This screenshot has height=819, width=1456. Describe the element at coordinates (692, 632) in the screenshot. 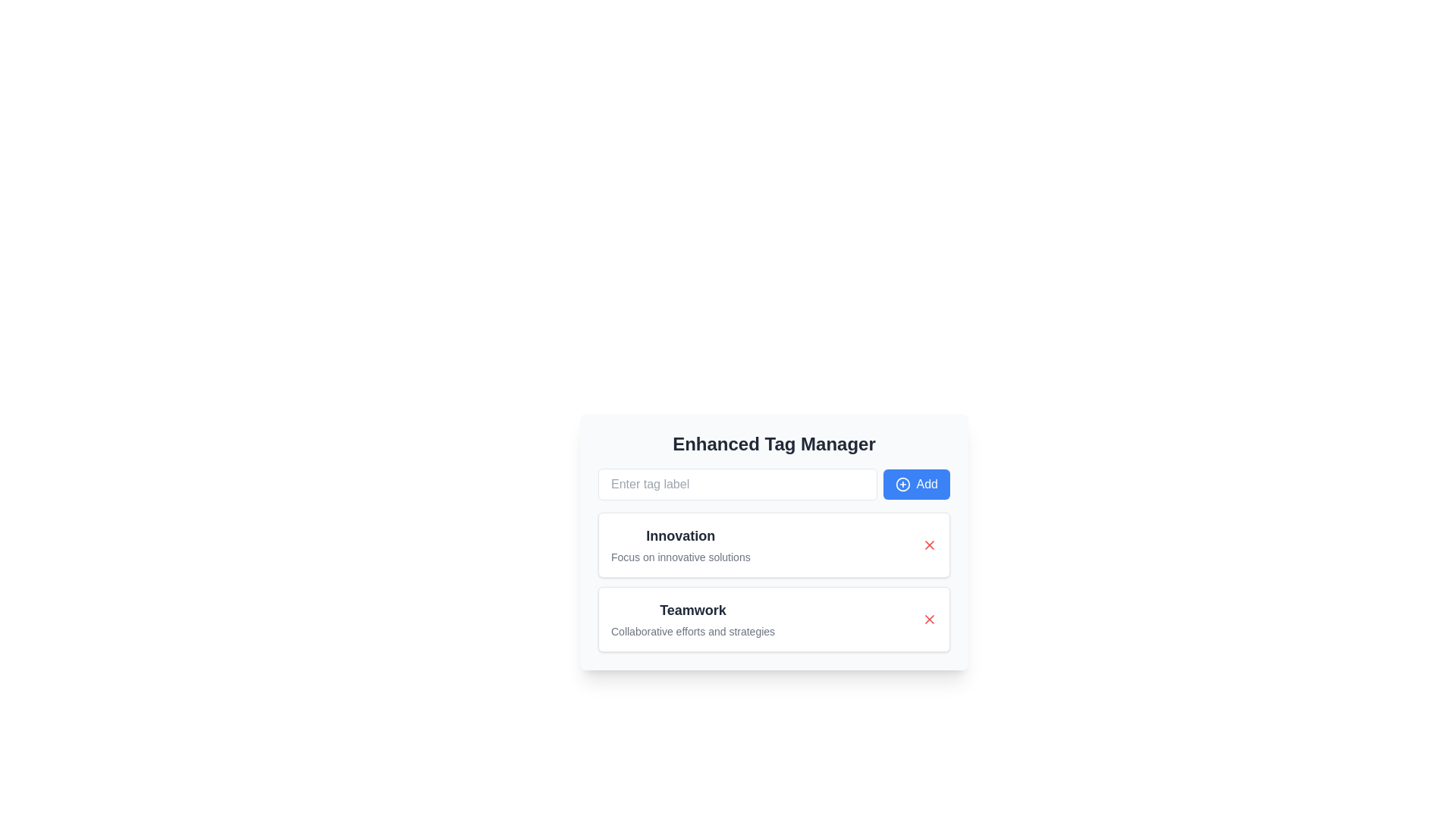

I see `text label located in the lower portion of the 'Teamwork' section, directly below its sibling labeled 'Teamwork', and vertically aligned with it` at that location.